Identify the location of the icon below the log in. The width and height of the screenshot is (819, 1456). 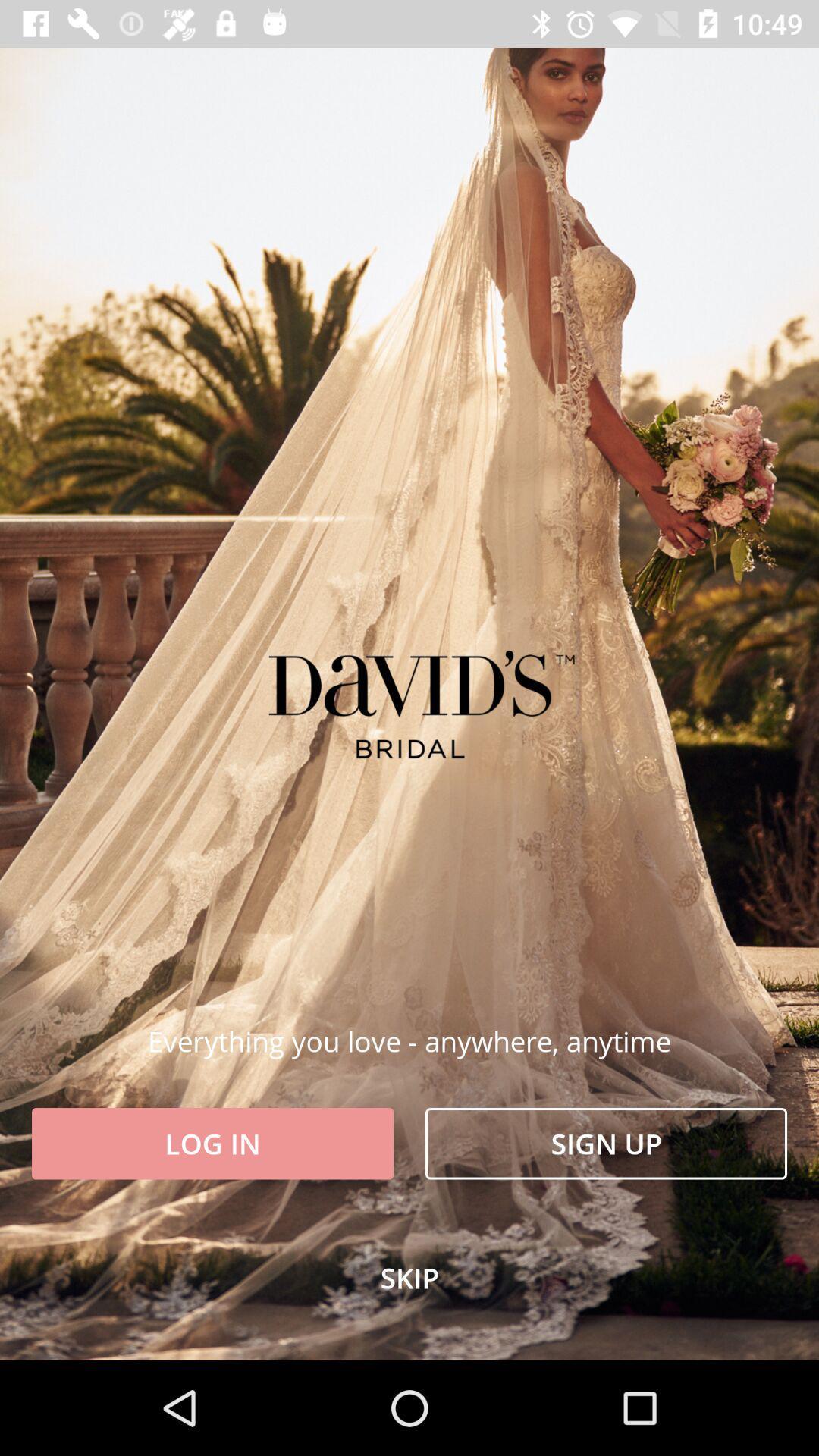
(409, 1277).